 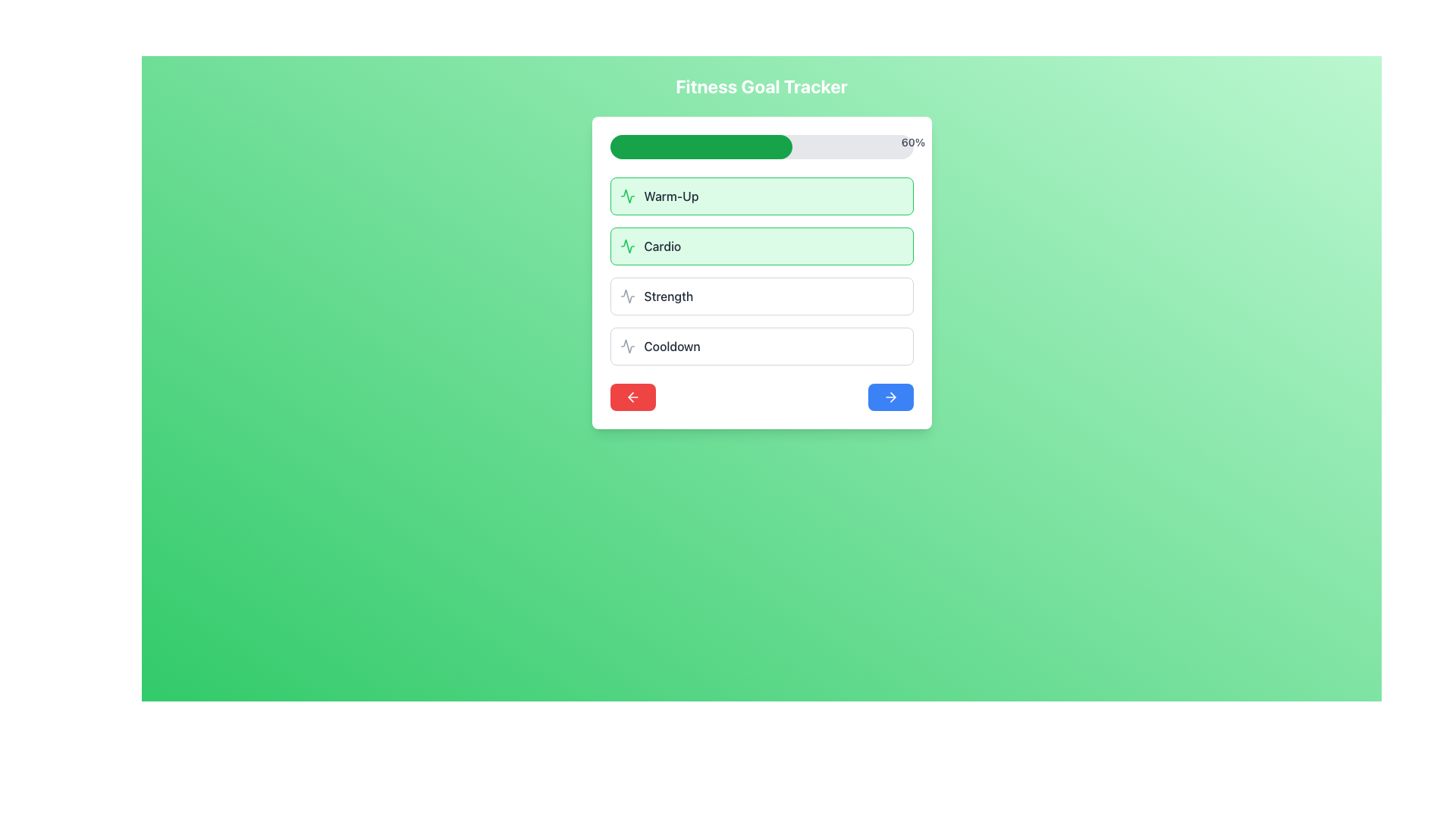 I want to click on the 'Cardio' button, which is the second item in a vertical list of exercise options, so click(x=761, y=271).